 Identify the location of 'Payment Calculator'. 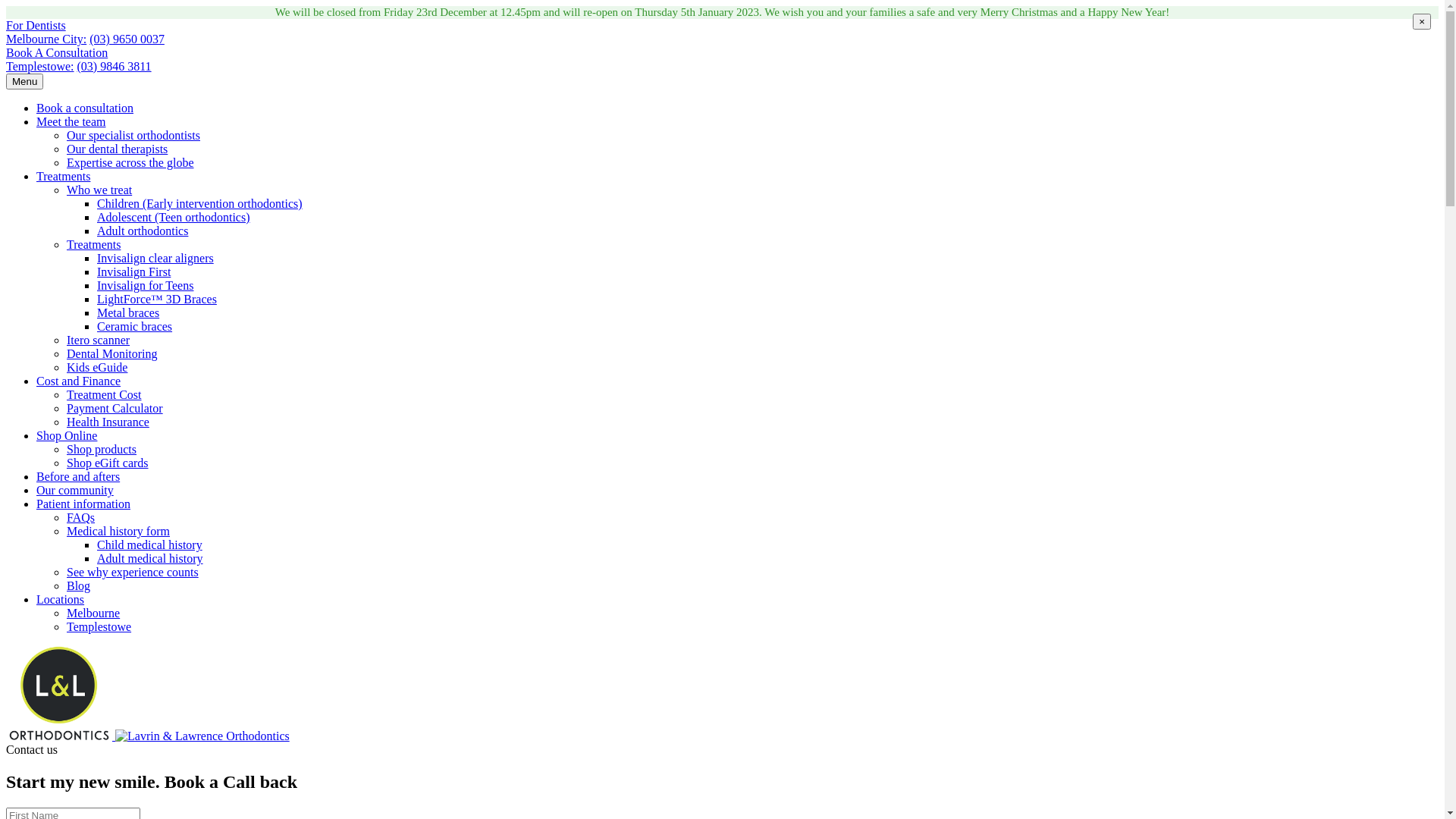
(114, 407).